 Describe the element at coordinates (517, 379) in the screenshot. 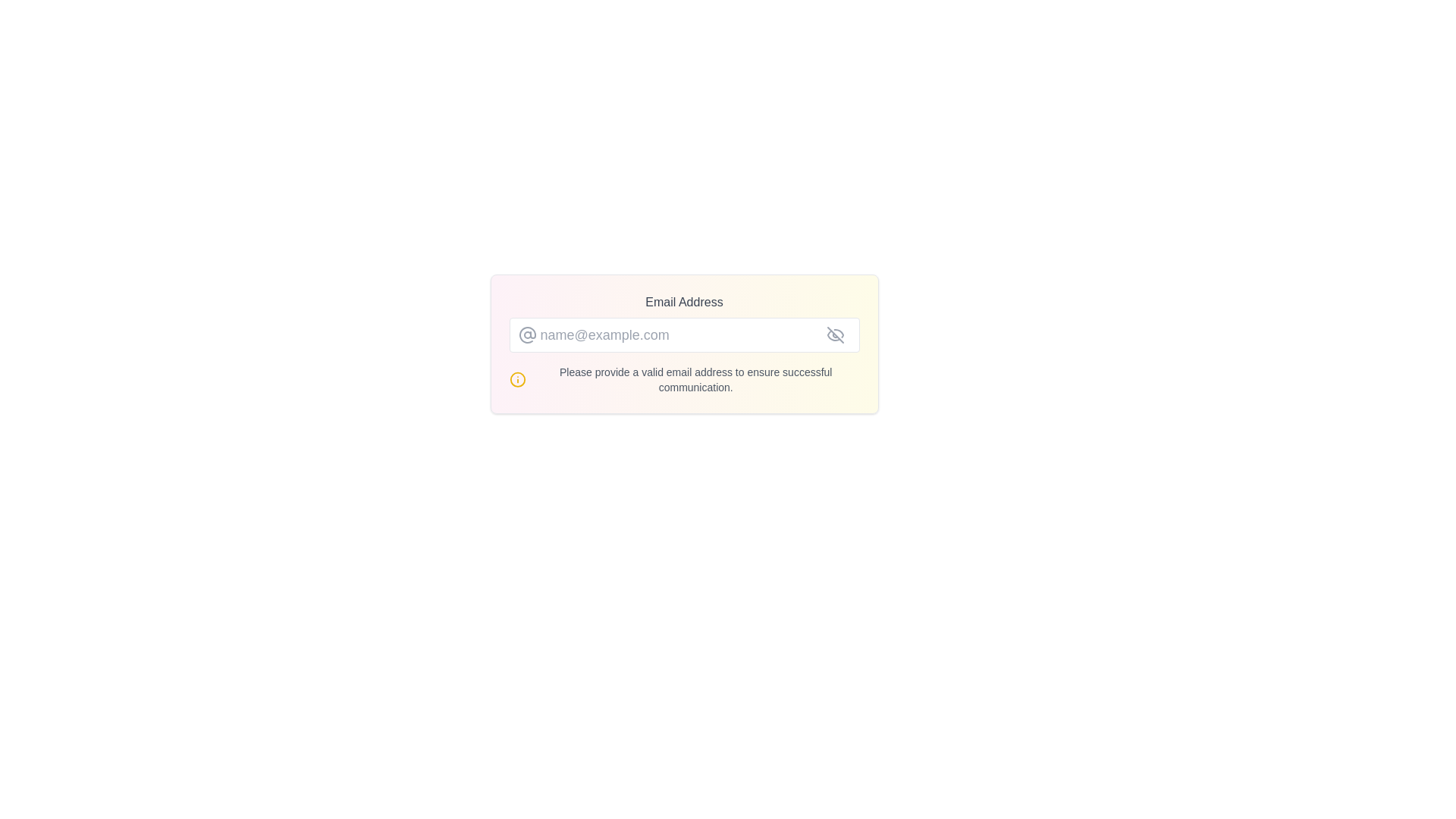

I see `the circular information icon with a yellow outline located to the immediate left of the text 'Please provide a valid email address to ensure successful communication.'` at that location.